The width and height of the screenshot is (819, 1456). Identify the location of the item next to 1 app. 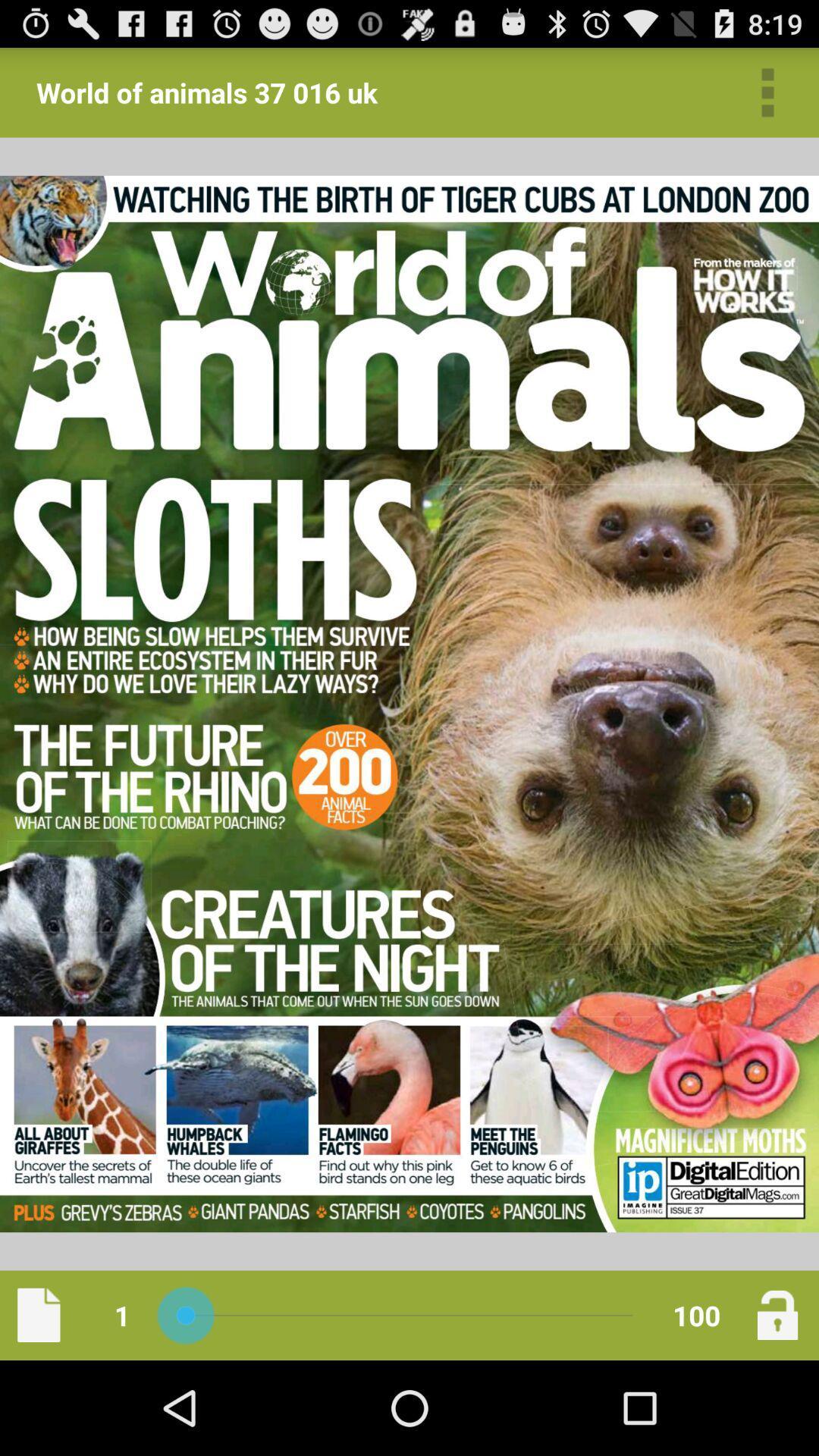
(38, 1314).